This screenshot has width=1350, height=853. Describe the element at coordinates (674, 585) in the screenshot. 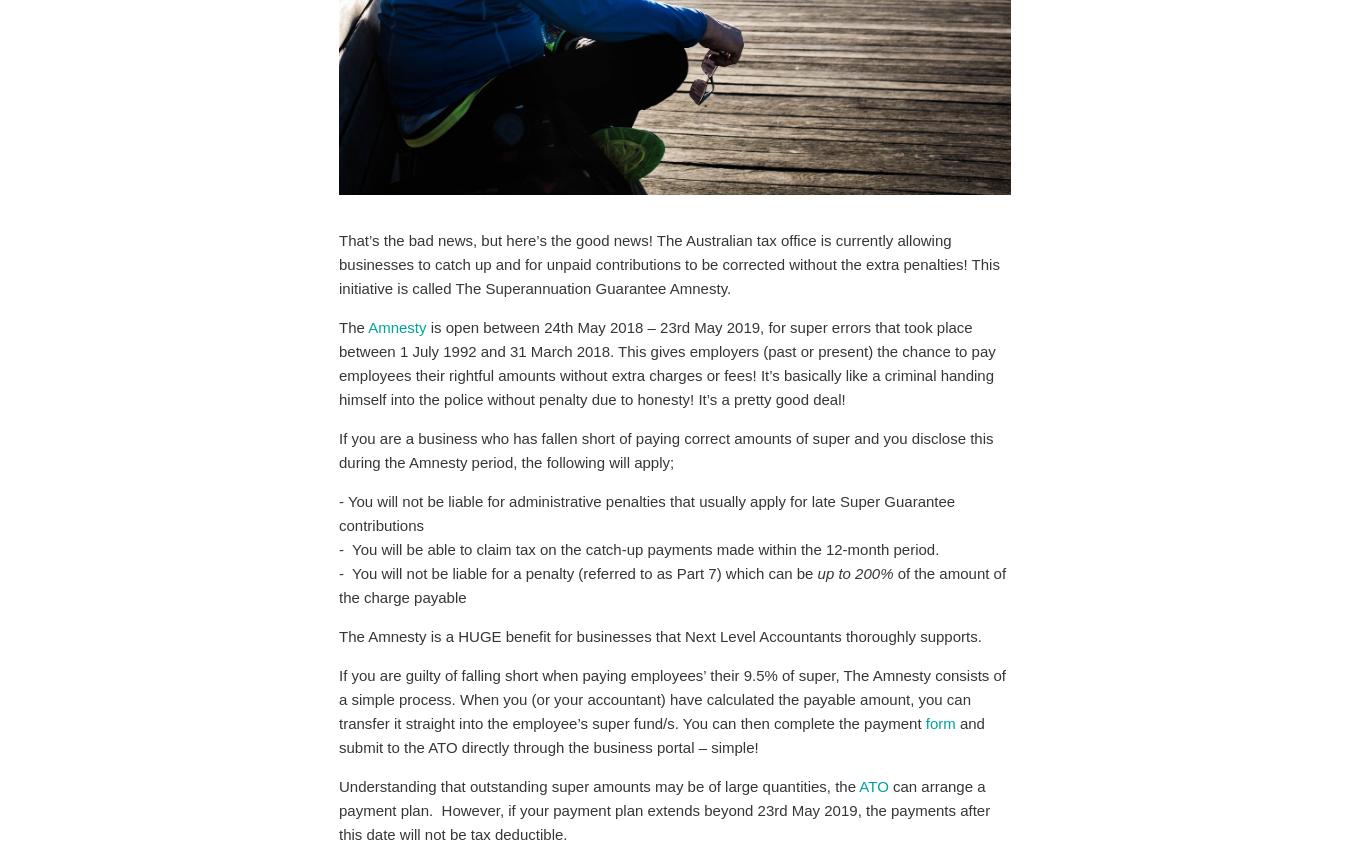

I see `'of the amount of the charge payable'` at that location.